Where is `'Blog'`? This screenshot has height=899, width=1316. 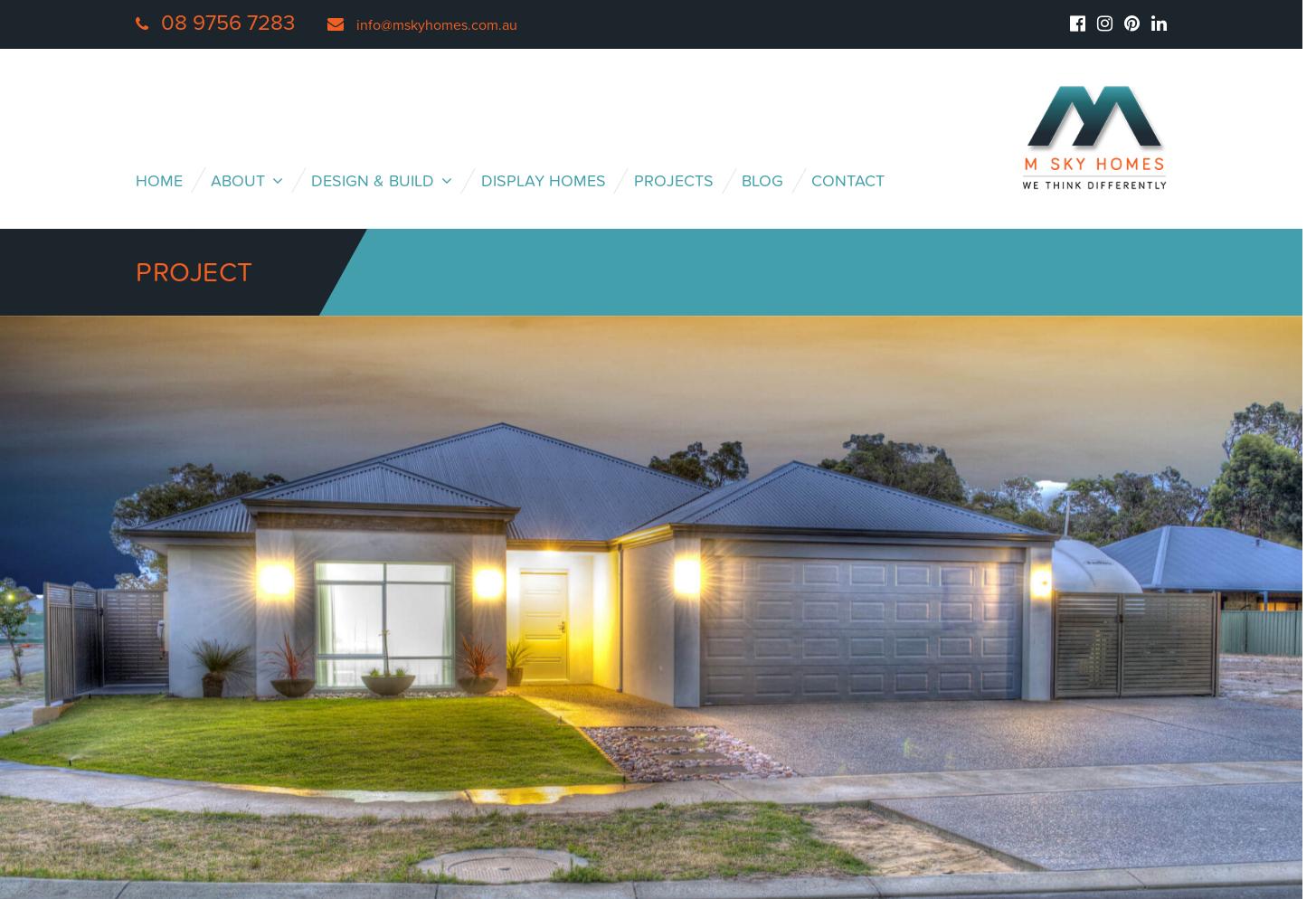 'Blog' is located at coordinates (761, 180).